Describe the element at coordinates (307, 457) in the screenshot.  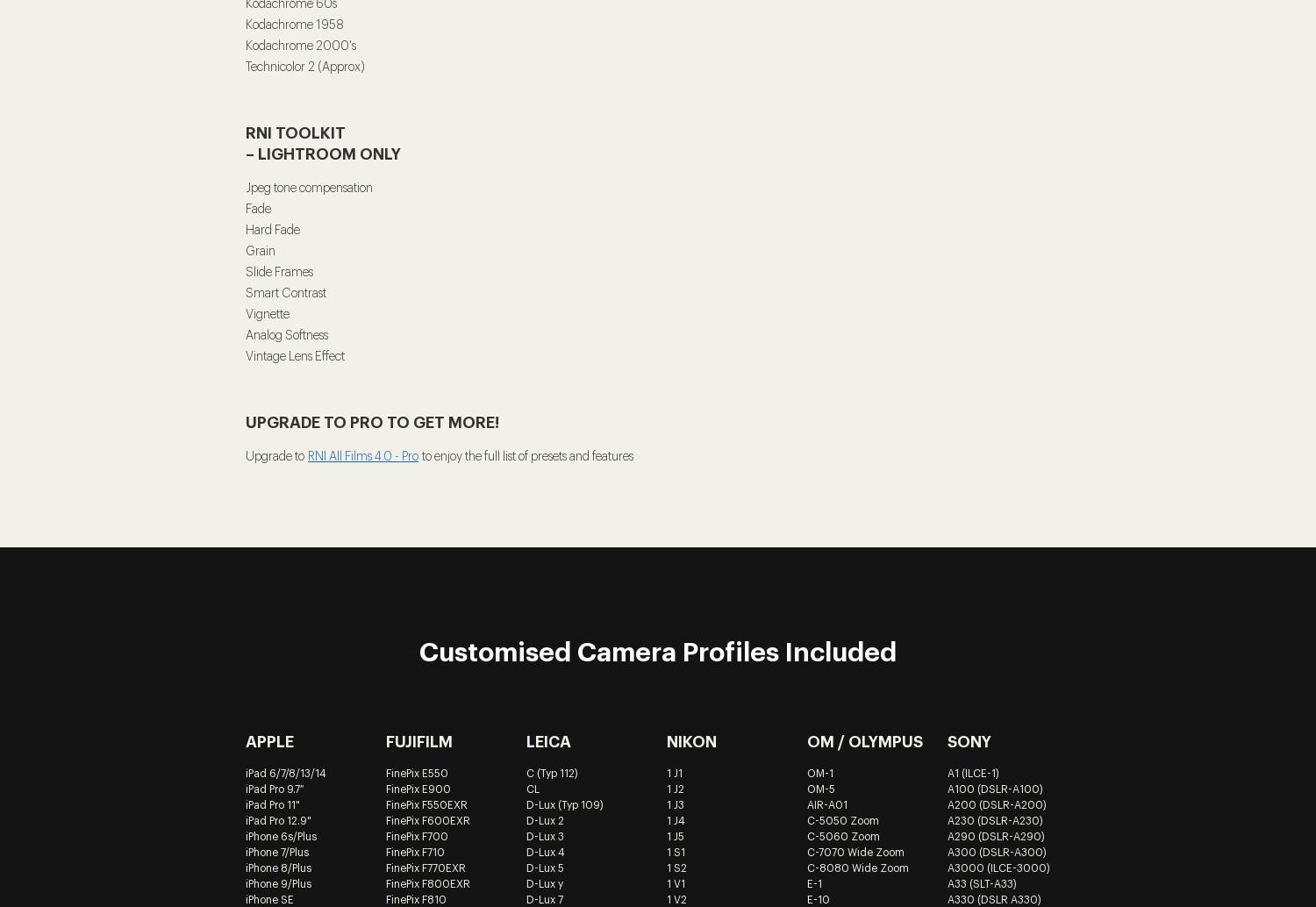
I see `'RNI All Films 4.0 - Pro'` at that location.